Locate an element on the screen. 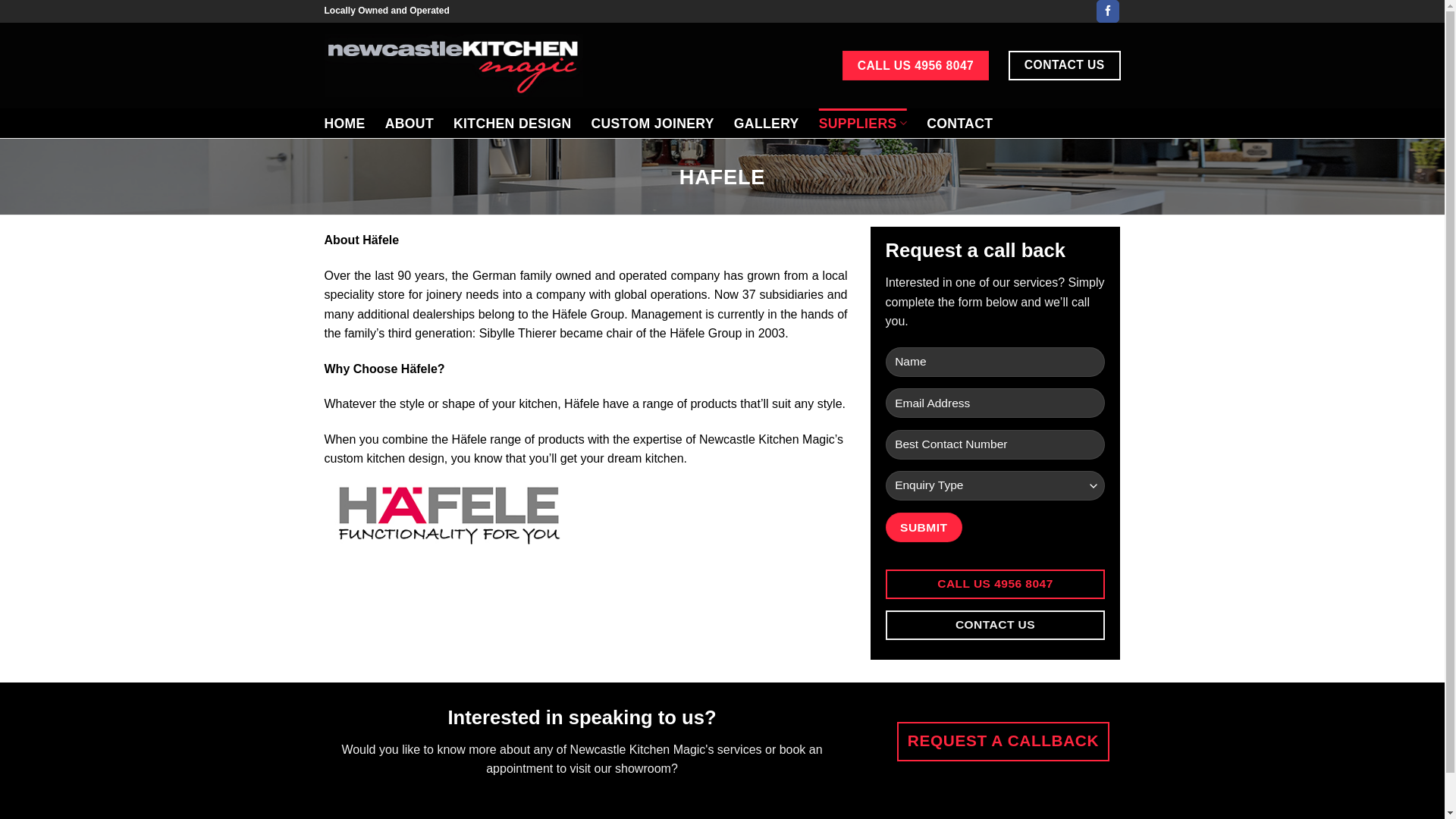 The width and height of the screenshot is (1456, 819). 'REQUEST A CALLBACK' is located at coordinates (1002, 741).